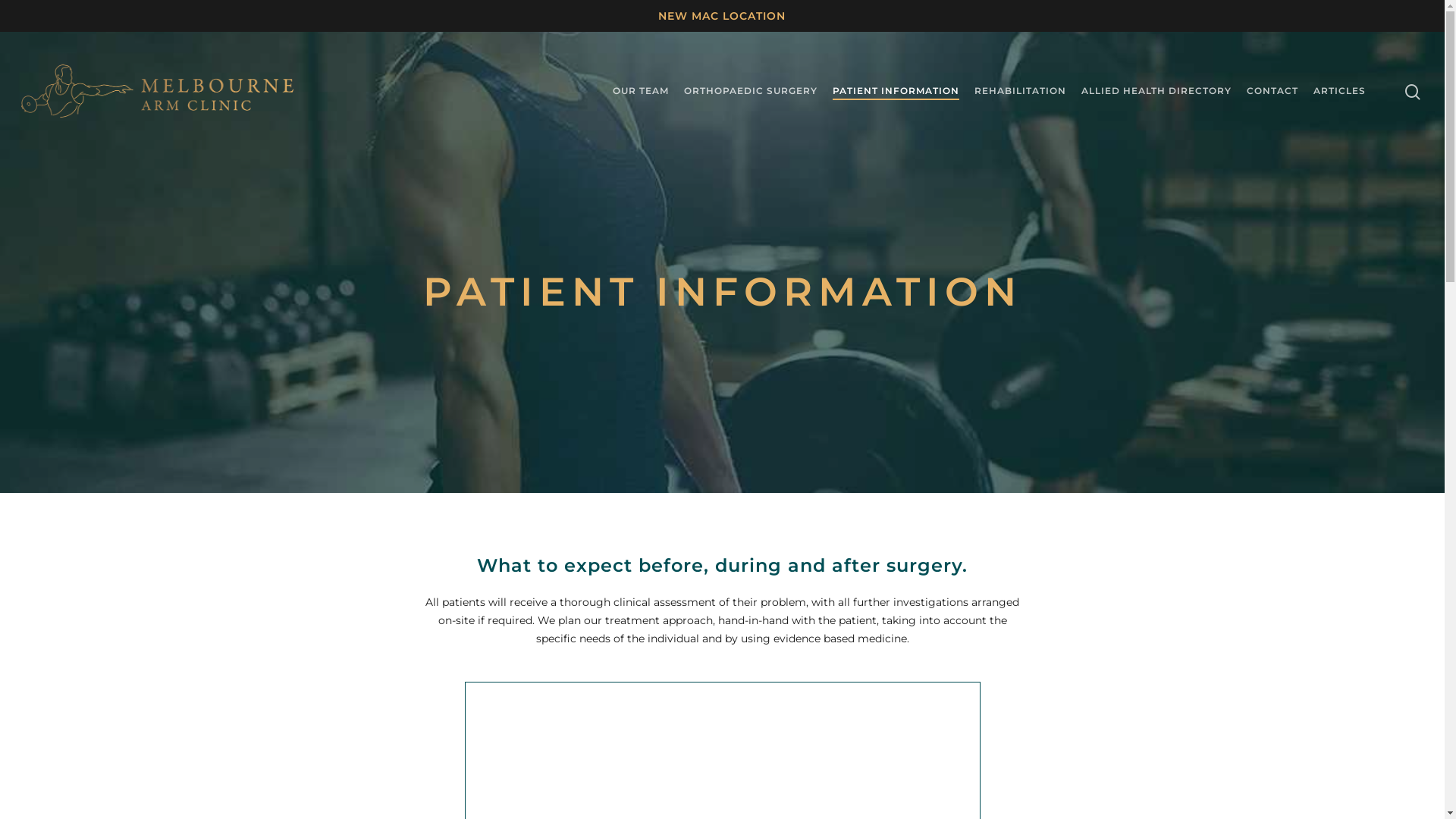  Describe the element at coordinates (896, 90) in the screenshot. I see `'PATIENT INFORMATION'` at that location.